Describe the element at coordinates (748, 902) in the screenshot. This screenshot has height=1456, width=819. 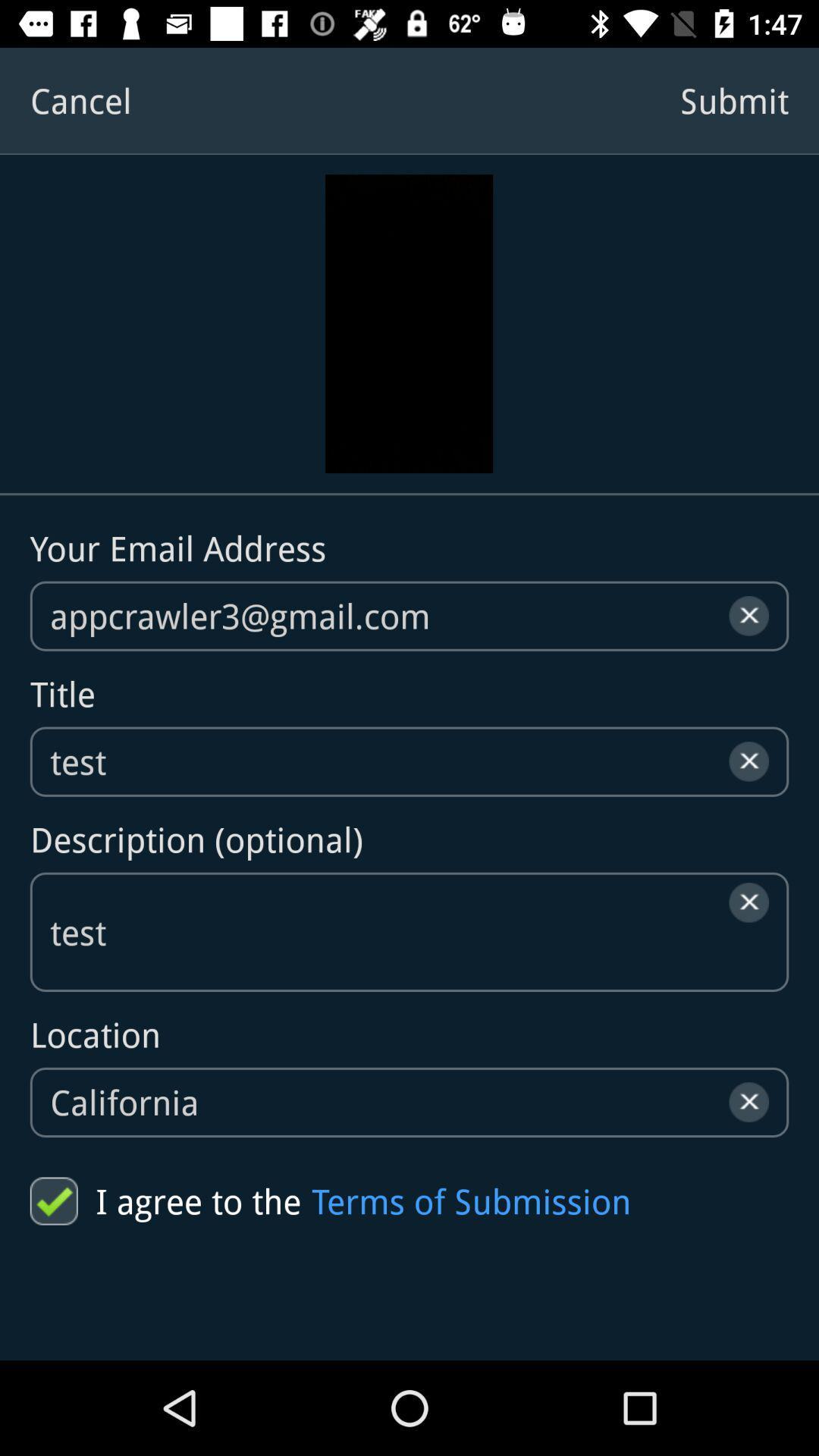
I see `the close icon` at that location.